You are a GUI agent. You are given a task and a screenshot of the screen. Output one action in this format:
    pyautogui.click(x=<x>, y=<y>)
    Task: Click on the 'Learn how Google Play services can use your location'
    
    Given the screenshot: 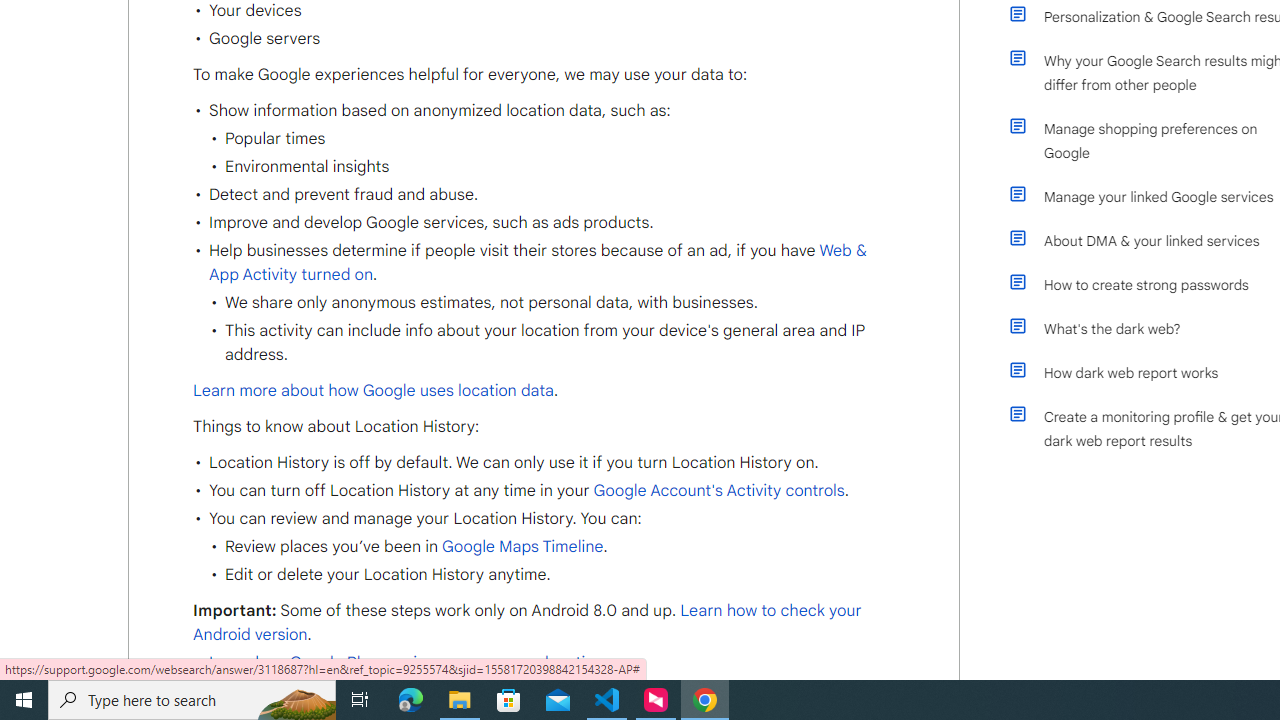 What is the action you would take?
    pyautogui.click(x=405, y=663)
    